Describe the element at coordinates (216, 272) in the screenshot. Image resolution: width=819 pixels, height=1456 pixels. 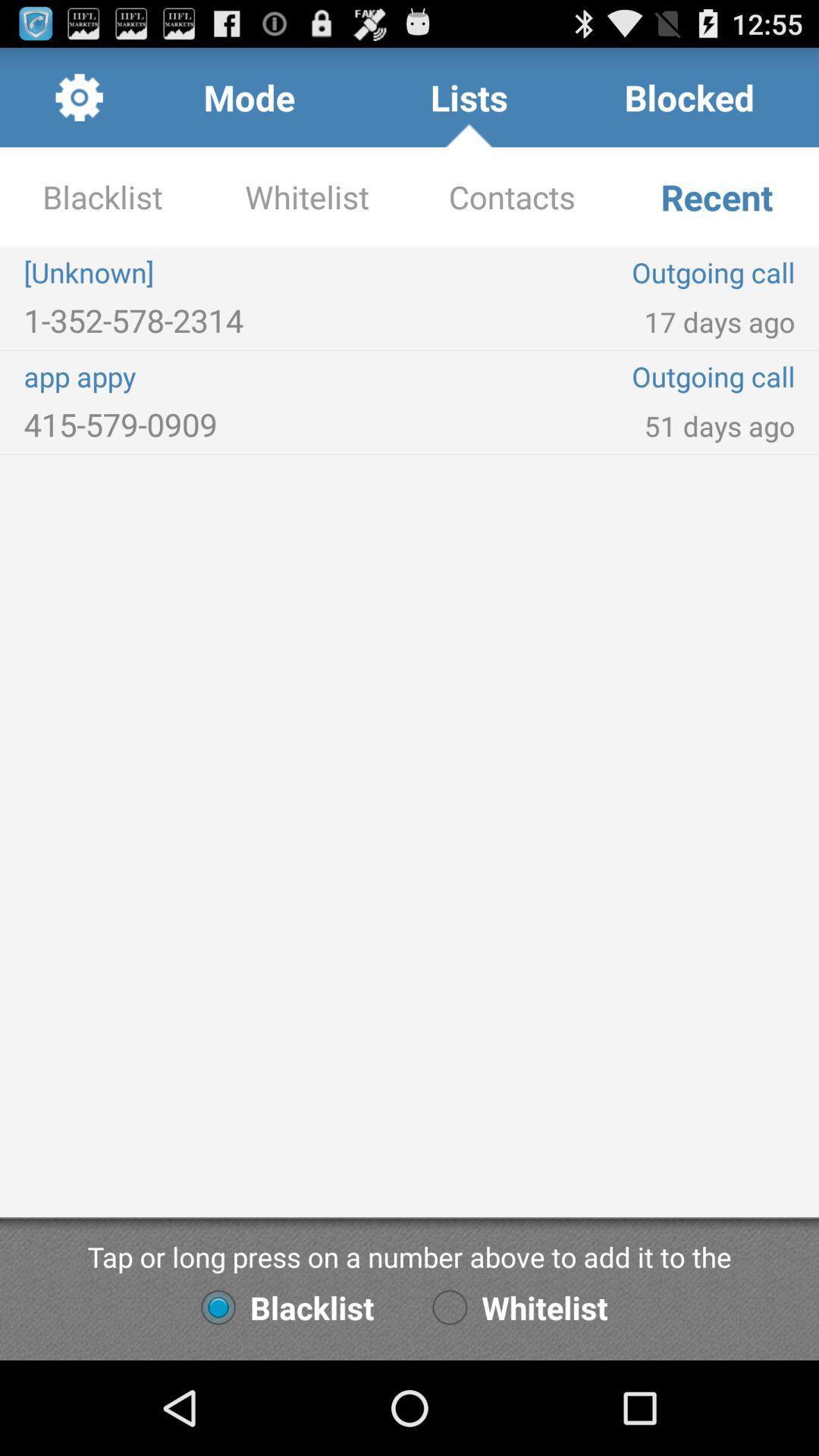
I see `the [unknown] app` at that location.